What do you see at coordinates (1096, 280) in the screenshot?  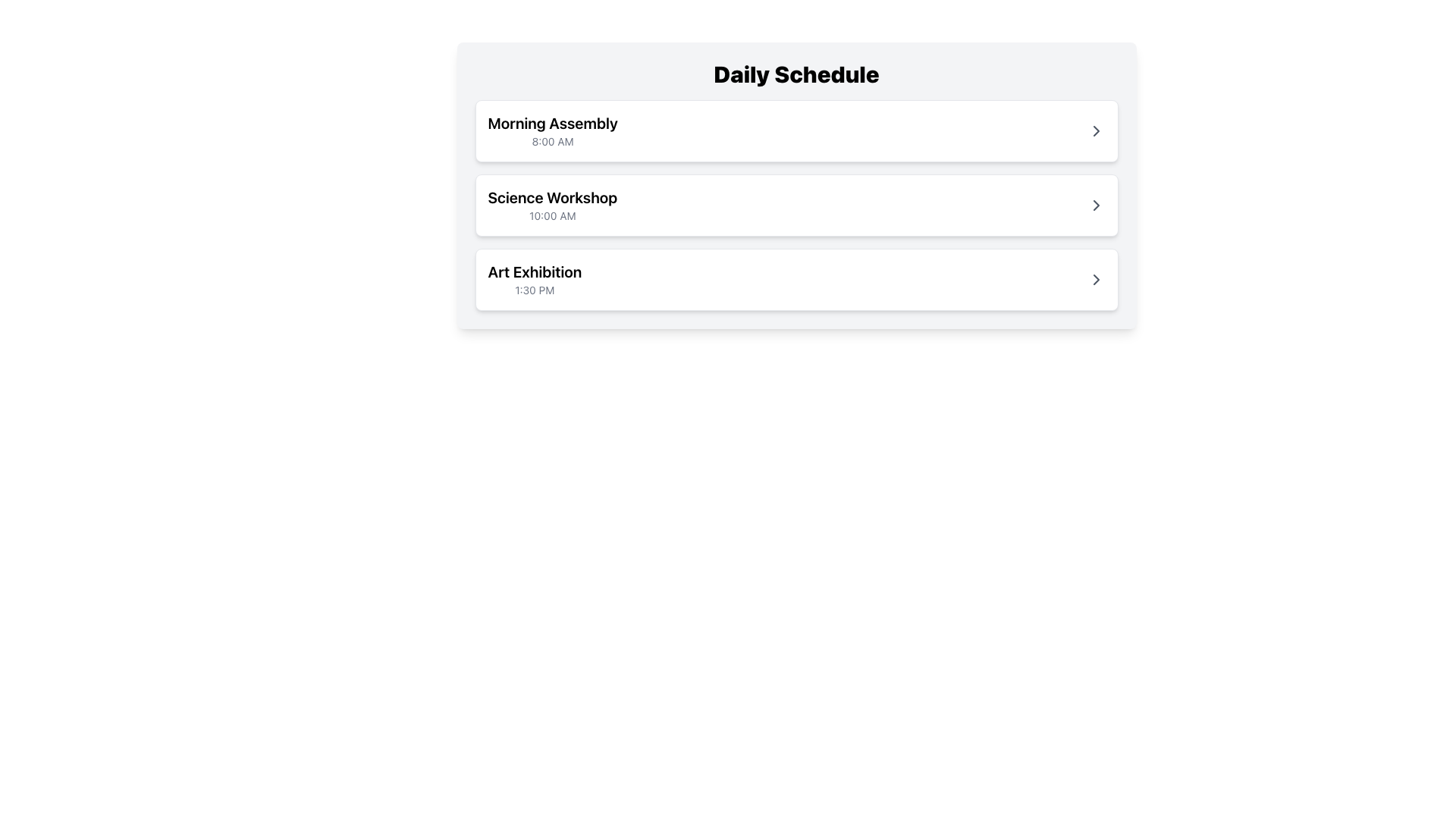 I see `the rightward arrow icon located inside the third list item labeled 'Art Exhibition 1:30 PM' in the daily schedule interface` at bounding box center [1096, 280].